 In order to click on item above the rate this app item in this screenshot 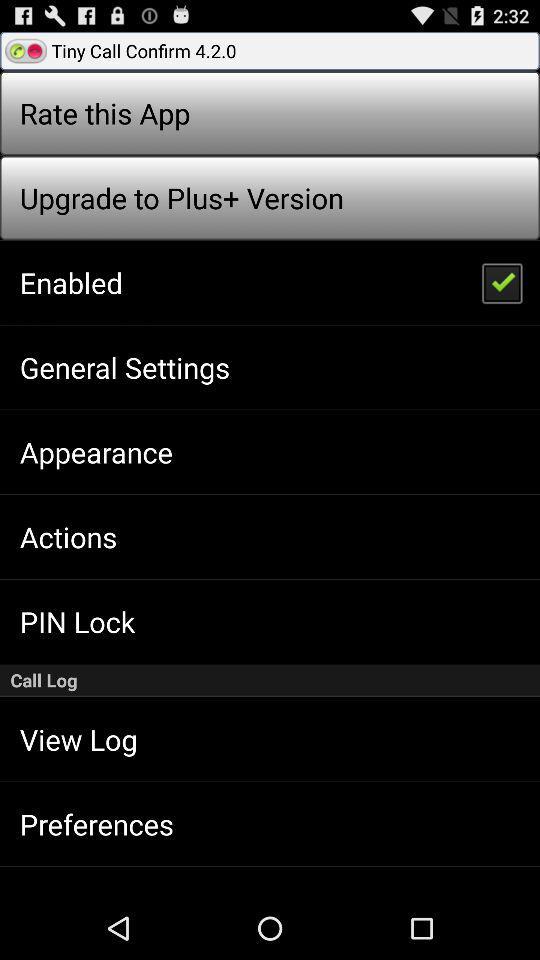, I will do `click(270, 49)`.